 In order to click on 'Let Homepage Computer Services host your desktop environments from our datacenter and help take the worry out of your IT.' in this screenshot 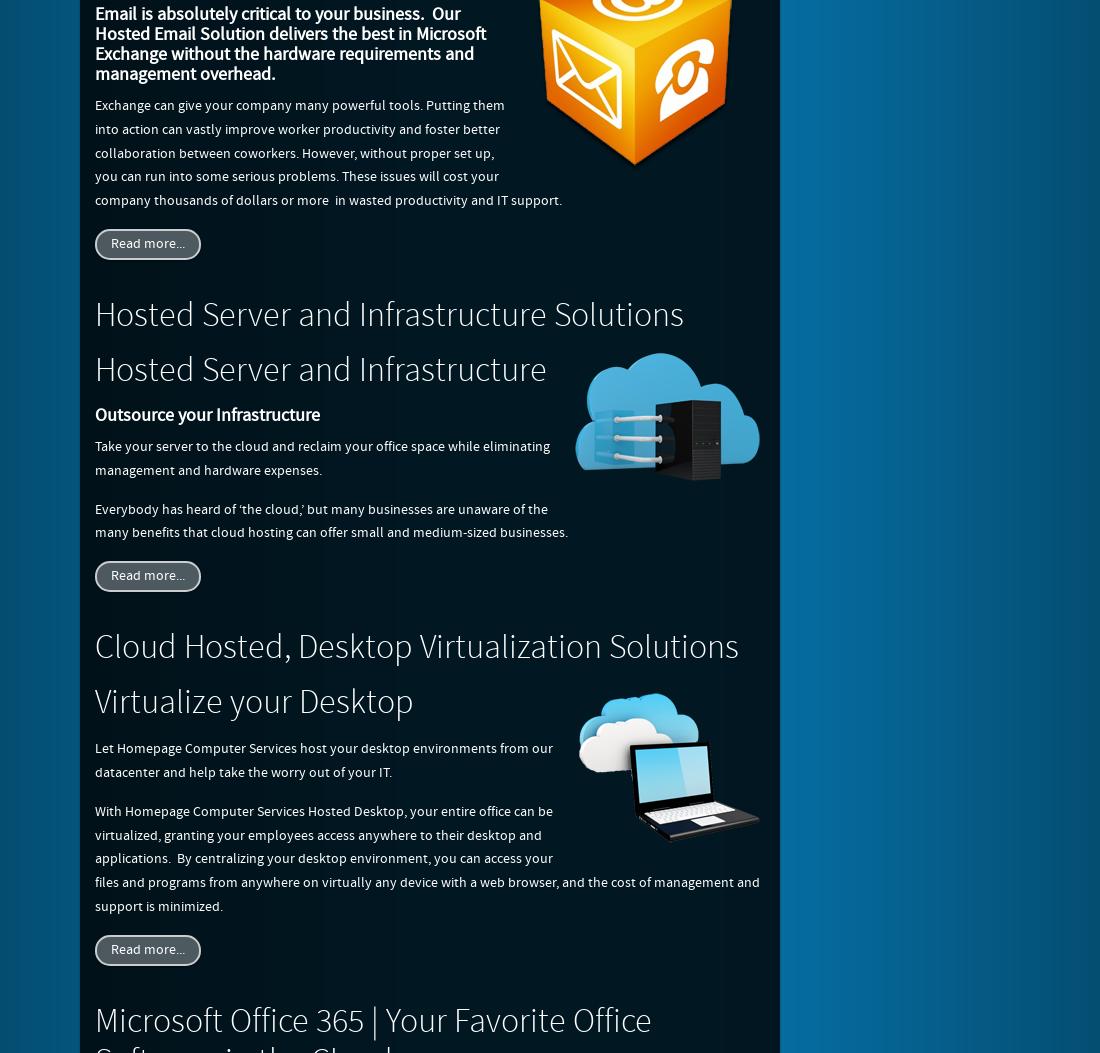, I will do `click(322, 760)`.